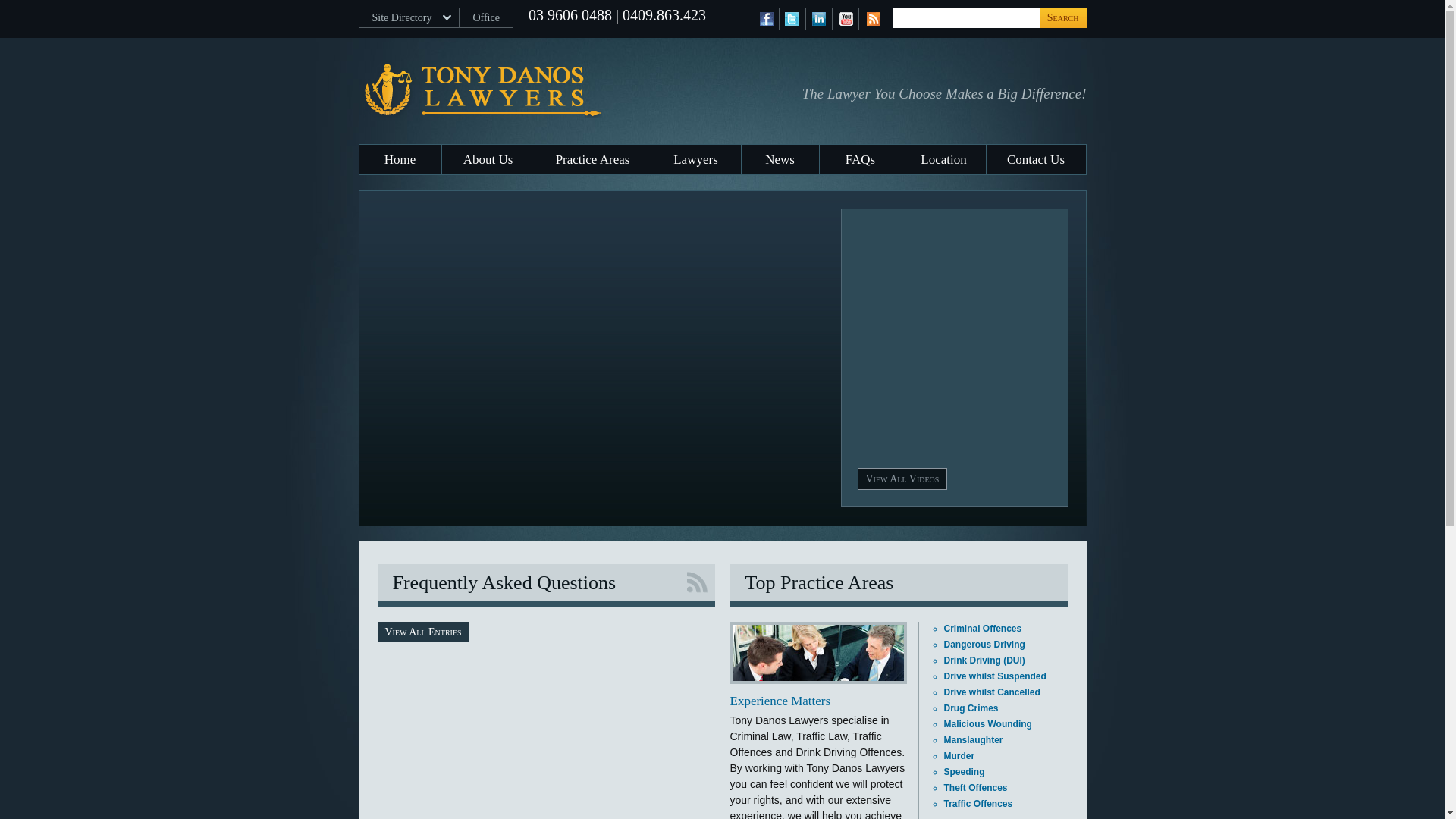 The image size is (1456, 819). I want to click on 'Malicious Wounding', so click(987, 723).